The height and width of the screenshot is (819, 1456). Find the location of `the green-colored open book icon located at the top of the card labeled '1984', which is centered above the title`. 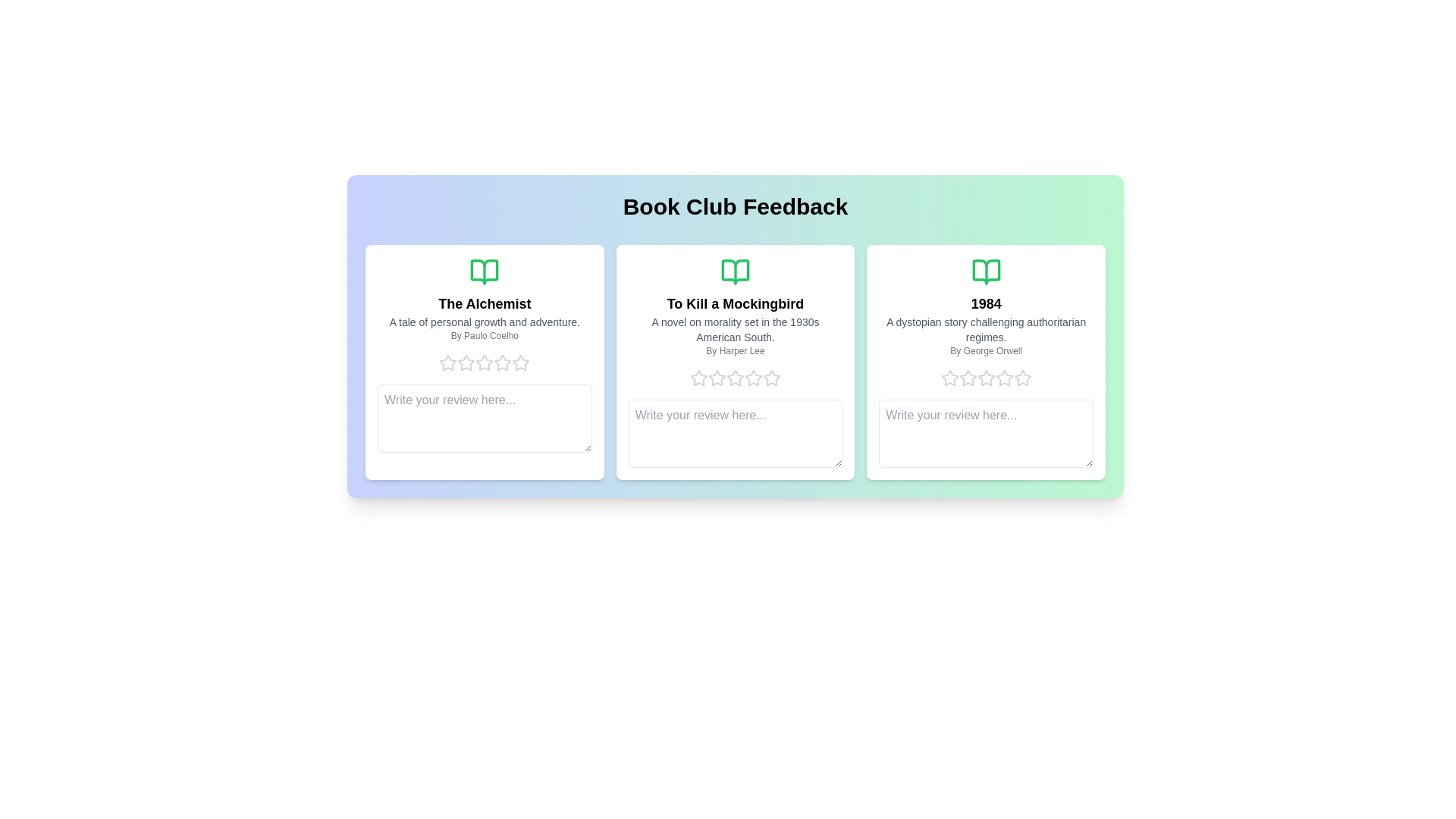

the green-colored open book icon located at the top of the card labeled '1984', which is centered above the title is located at coordinates (986, 271).